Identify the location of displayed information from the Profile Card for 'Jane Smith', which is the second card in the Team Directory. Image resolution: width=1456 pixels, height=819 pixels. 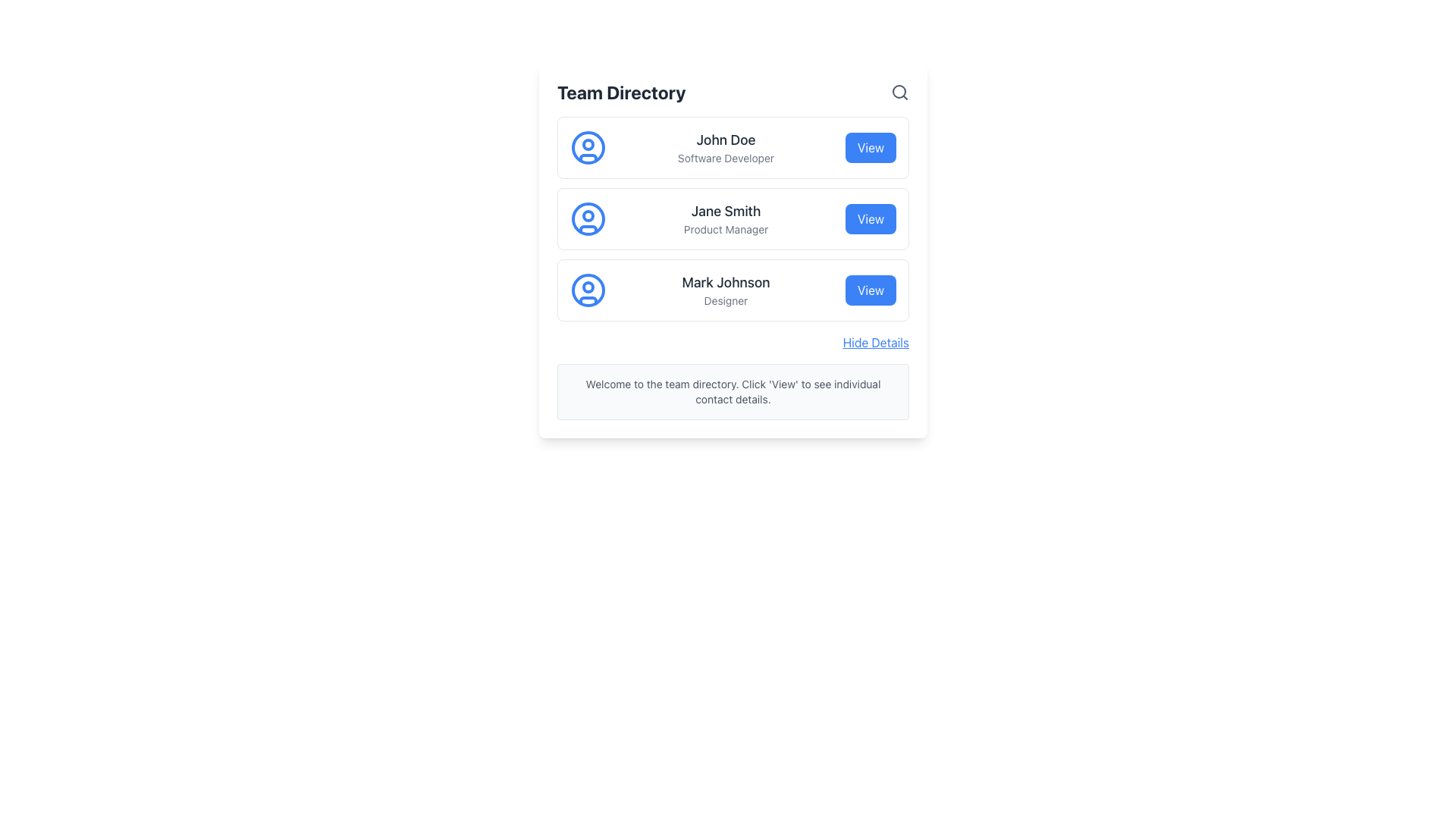
(733, 219).